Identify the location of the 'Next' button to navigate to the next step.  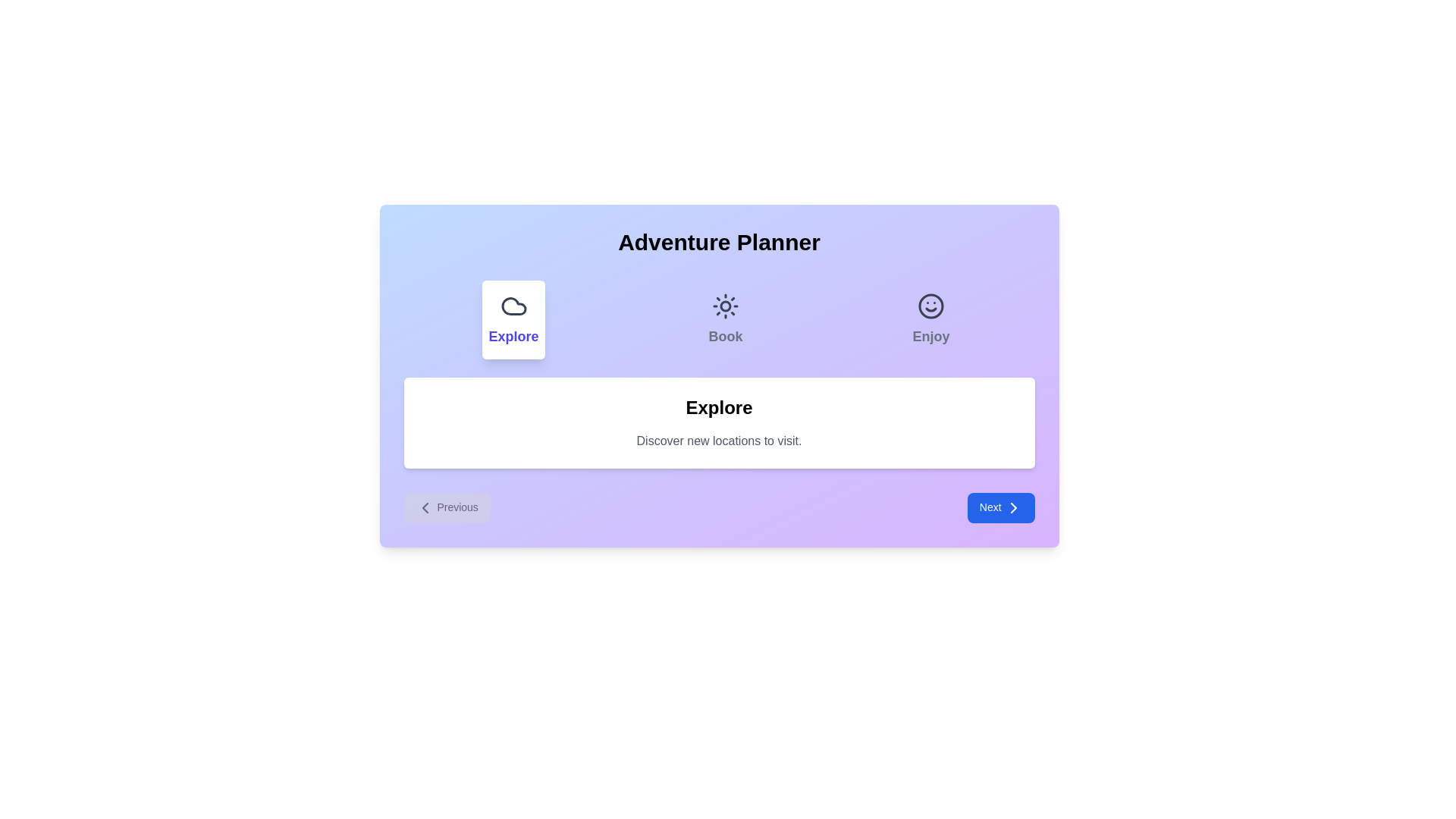
(1001, 508).